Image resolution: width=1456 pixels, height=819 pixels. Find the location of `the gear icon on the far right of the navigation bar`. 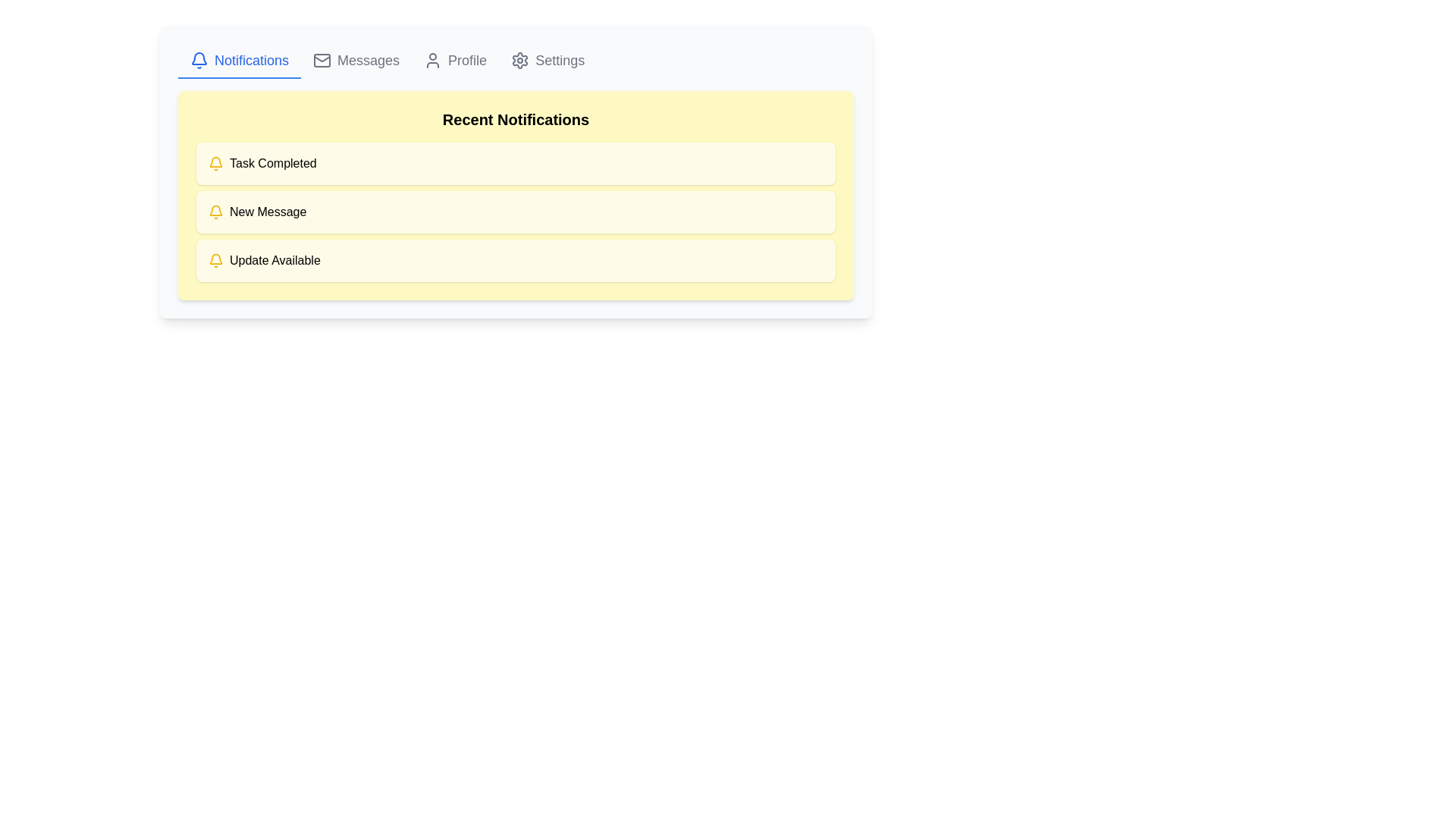

the gear icon on the far right of the navigation bar is located at coordinates (520, 60).